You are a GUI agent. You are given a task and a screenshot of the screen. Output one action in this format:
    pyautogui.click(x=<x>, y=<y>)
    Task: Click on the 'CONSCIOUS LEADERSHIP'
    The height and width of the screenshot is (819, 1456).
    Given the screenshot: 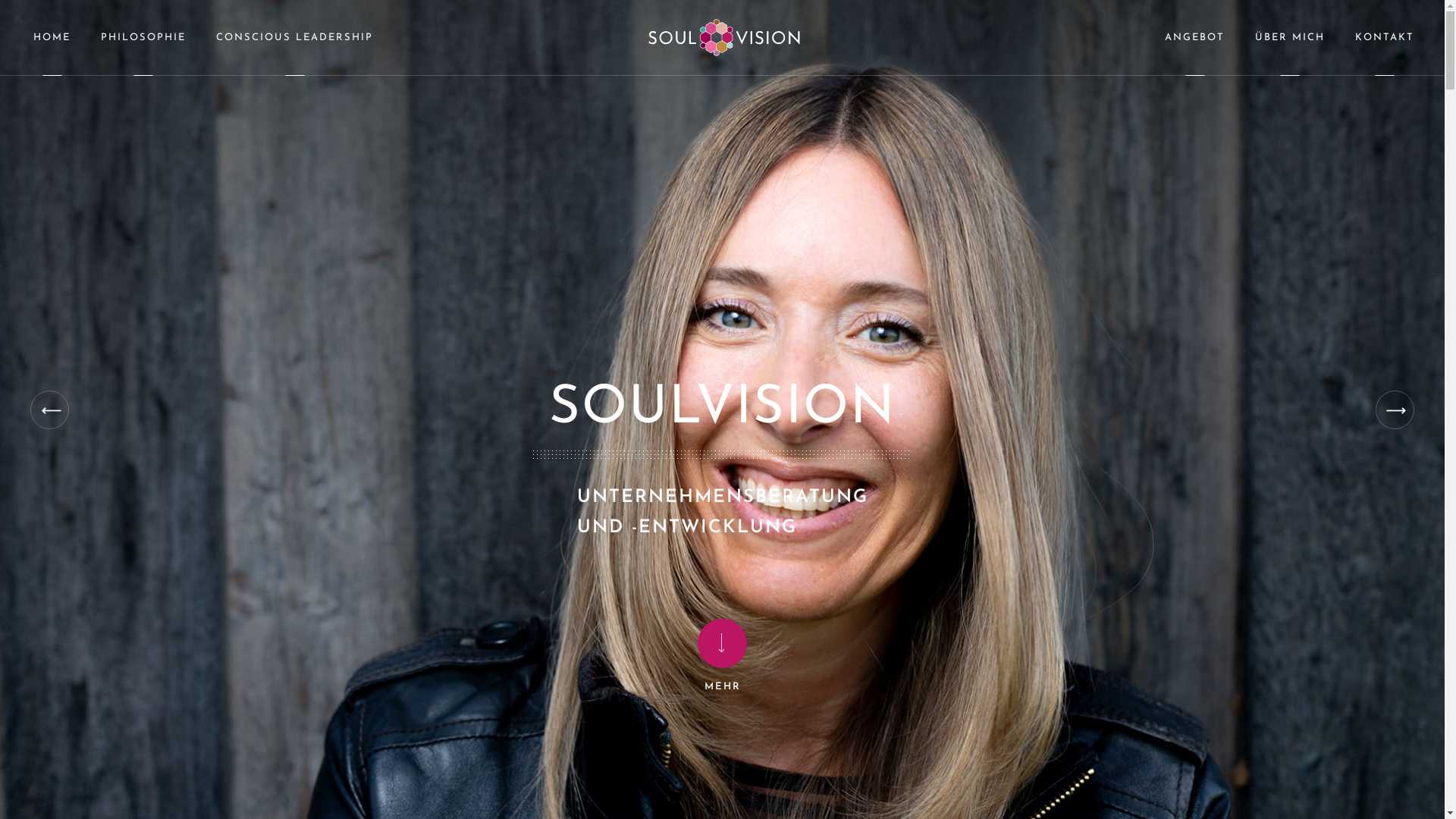 What is the action you would take?
    pyautogui.click(x=199, y=36)
    